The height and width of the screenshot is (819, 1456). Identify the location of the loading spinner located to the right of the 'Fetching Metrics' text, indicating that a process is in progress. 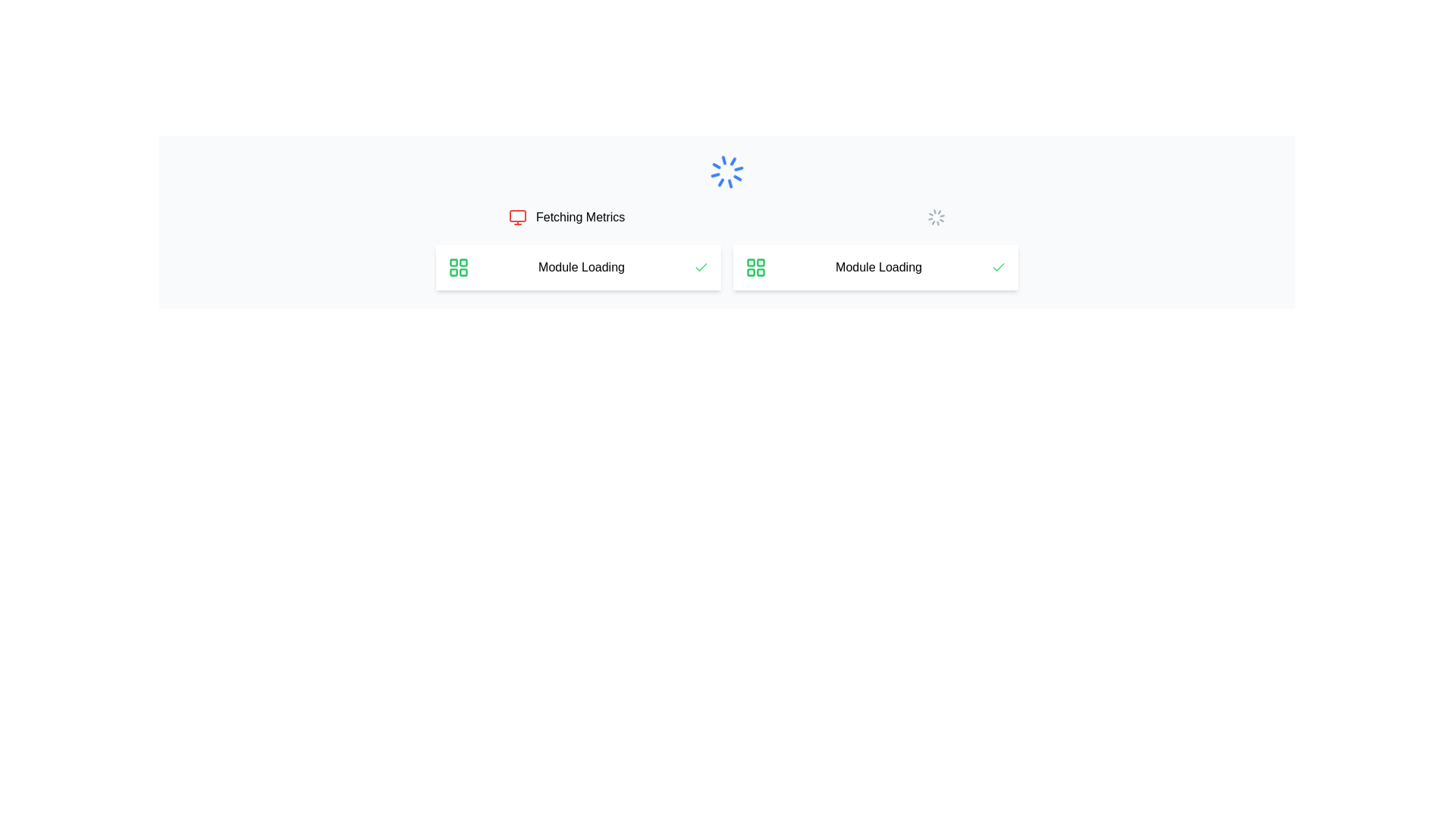
(935, 217).